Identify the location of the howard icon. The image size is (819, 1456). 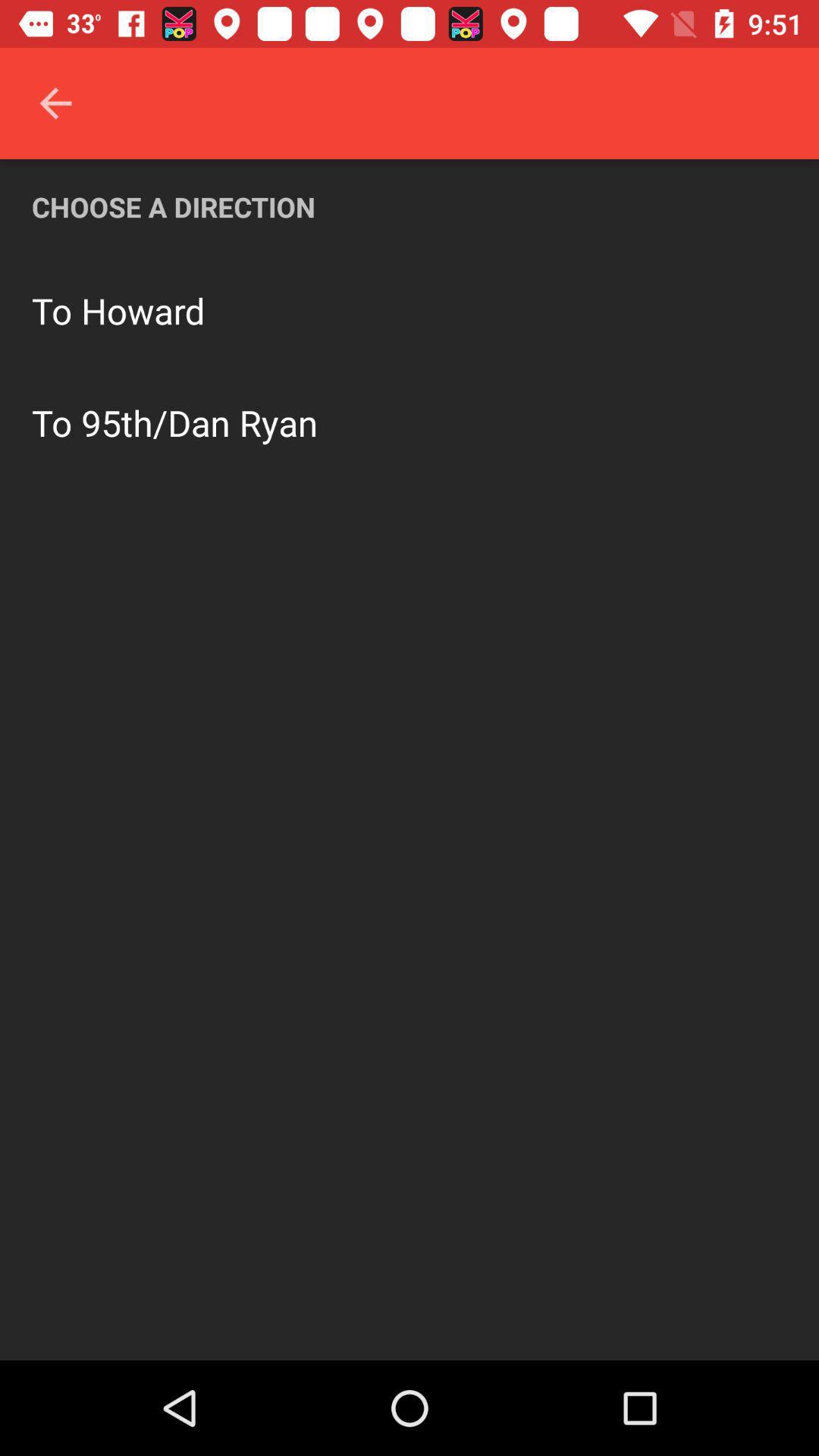
(143, 309).